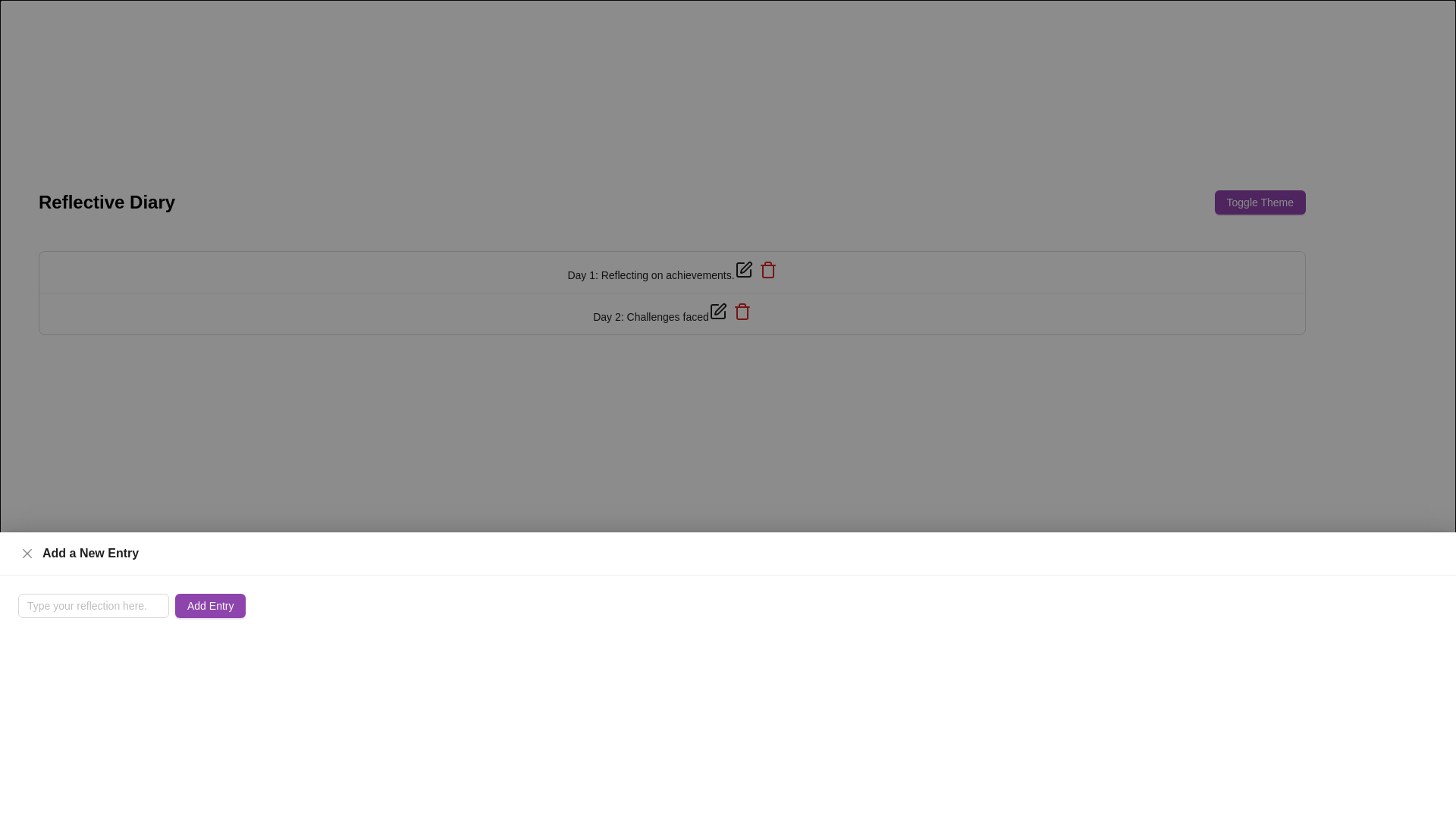 This screenshot has height=819, width=1456. Describe the element at coordinates (767, 268) in the screenshot. I see `the red trash can icon located at the right side of the second diary entry row labeled 'Day 2: Challenges faced'` at that location.